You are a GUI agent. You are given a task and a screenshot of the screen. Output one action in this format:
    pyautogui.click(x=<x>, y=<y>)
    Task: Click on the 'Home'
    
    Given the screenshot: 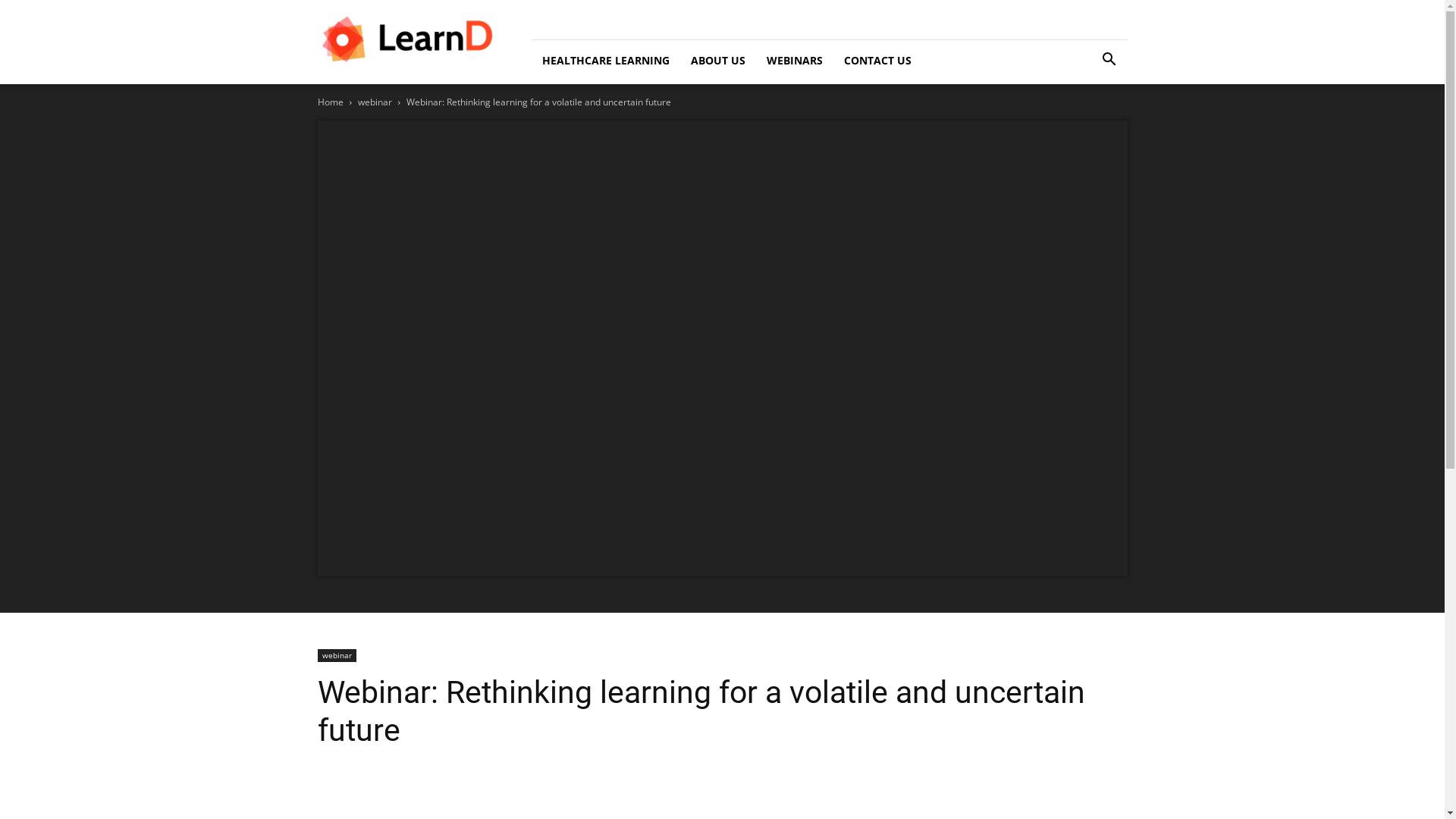 What is the action you would take?
    pyautogui.click(x=329, y=102)
    